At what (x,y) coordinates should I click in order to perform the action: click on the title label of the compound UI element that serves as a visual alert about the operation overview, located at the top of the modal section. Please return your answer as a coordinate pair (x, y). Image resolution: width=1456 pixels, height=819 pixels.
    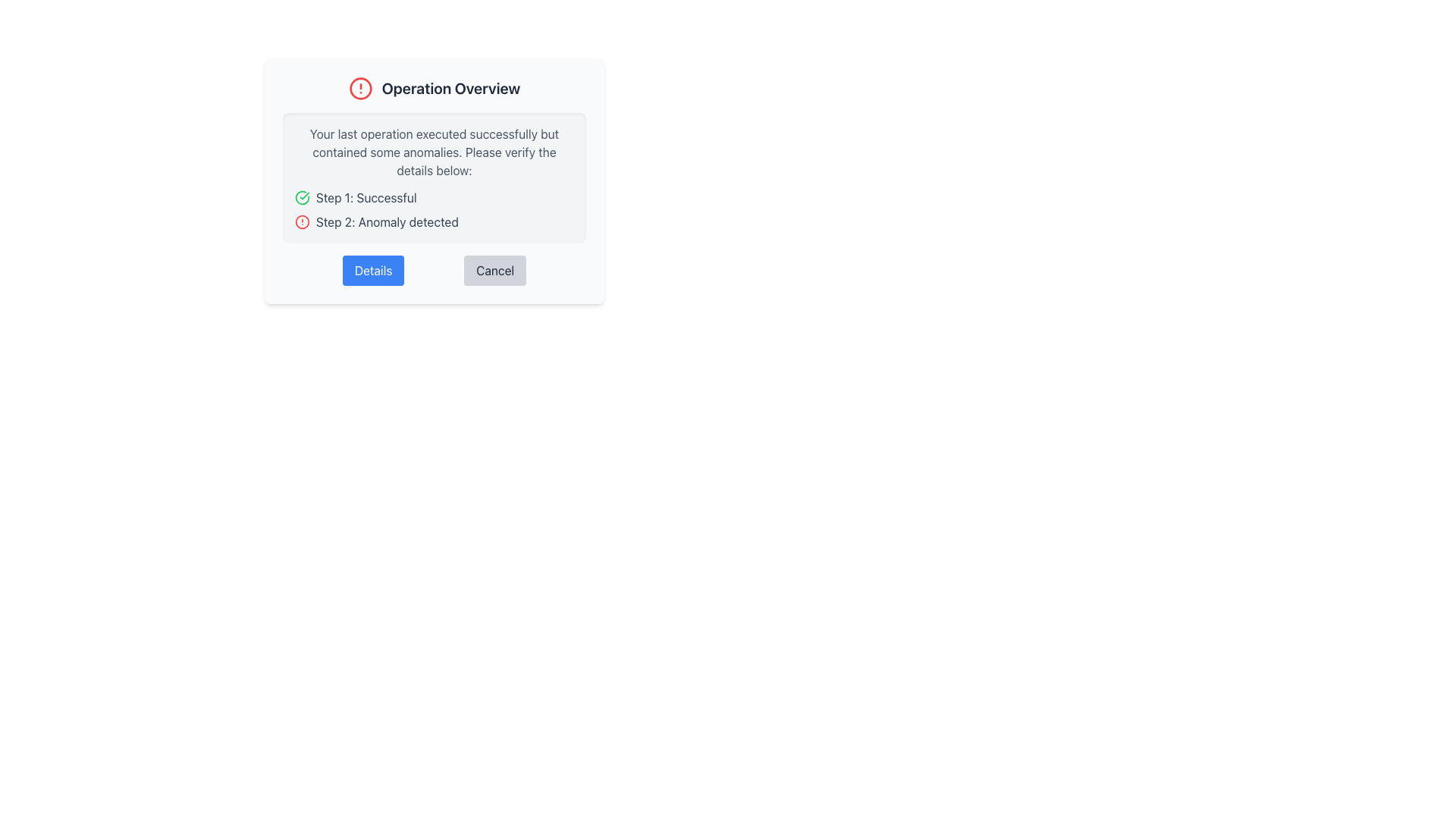
    Looking at the image, I should click on (433, 88).